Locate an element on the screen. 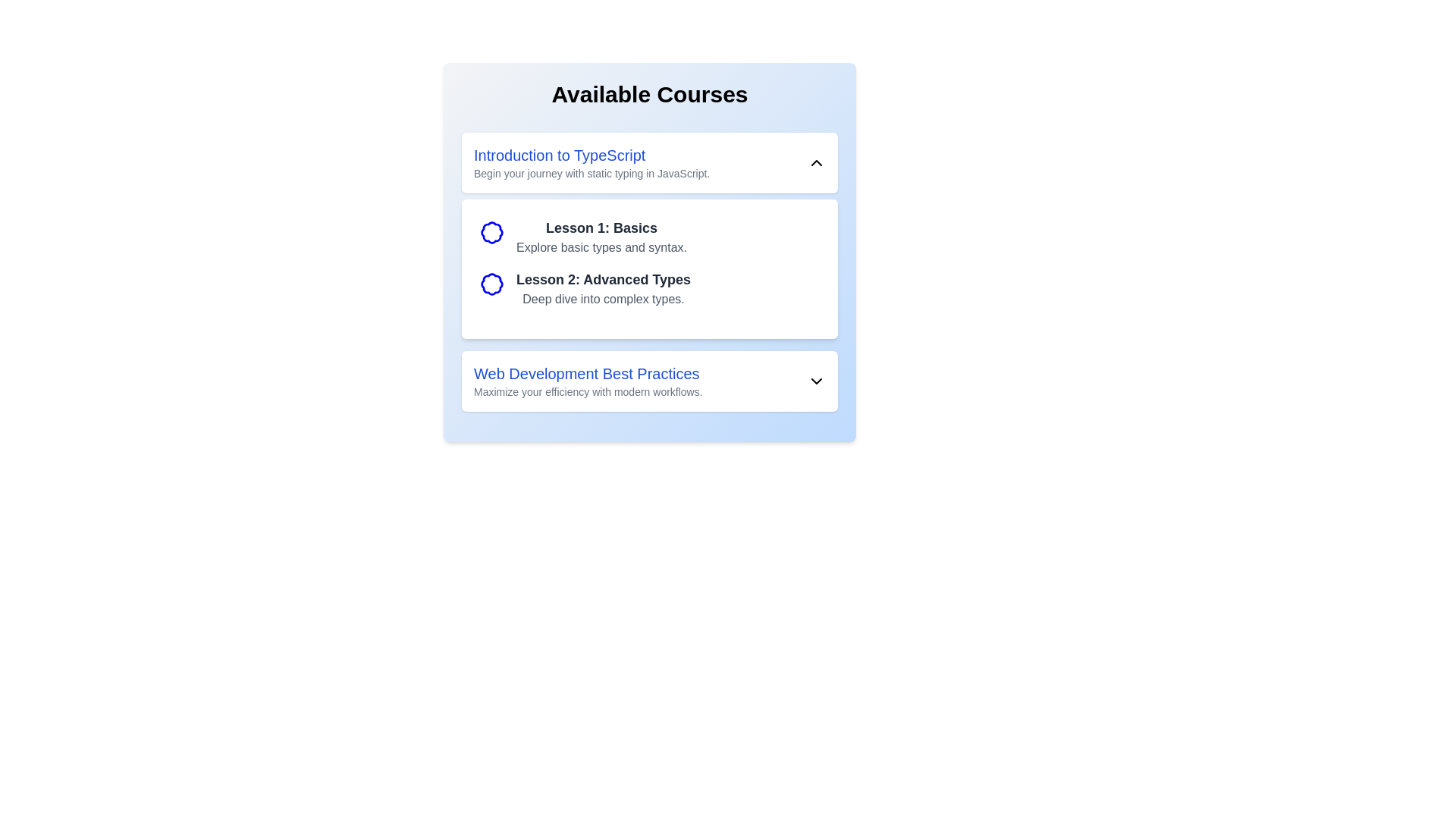  the chevron-up arrow icon located at the top-right side of the card containing the text 'Introduction to TypeScript', which allows collapsing the details of the card is located at coordinates (815, 163).